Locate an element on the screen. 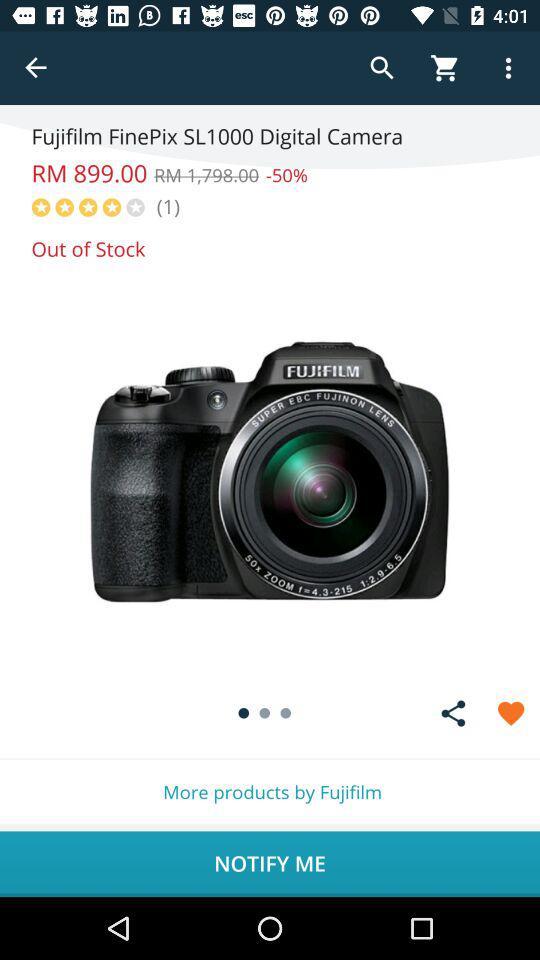  zoom image is located at coordinates (270, 472).